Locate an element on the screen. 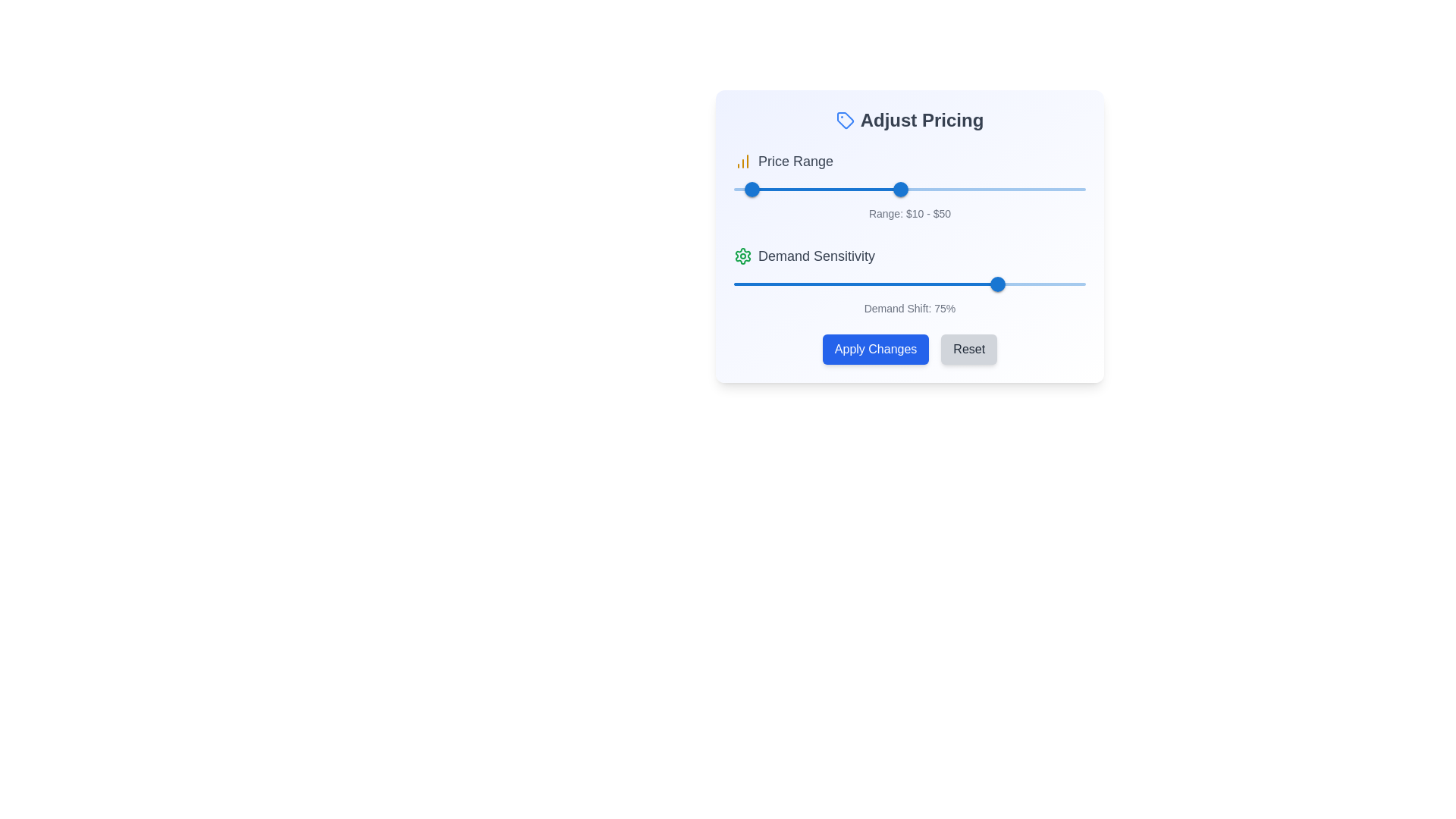  the horizontal blue slider track element in the 'Price Range' section of the 'Adjust Pricing' card interface, which is positioned between the slider thumbs labeled '10' and '50' is located at coordinates (826, 189).